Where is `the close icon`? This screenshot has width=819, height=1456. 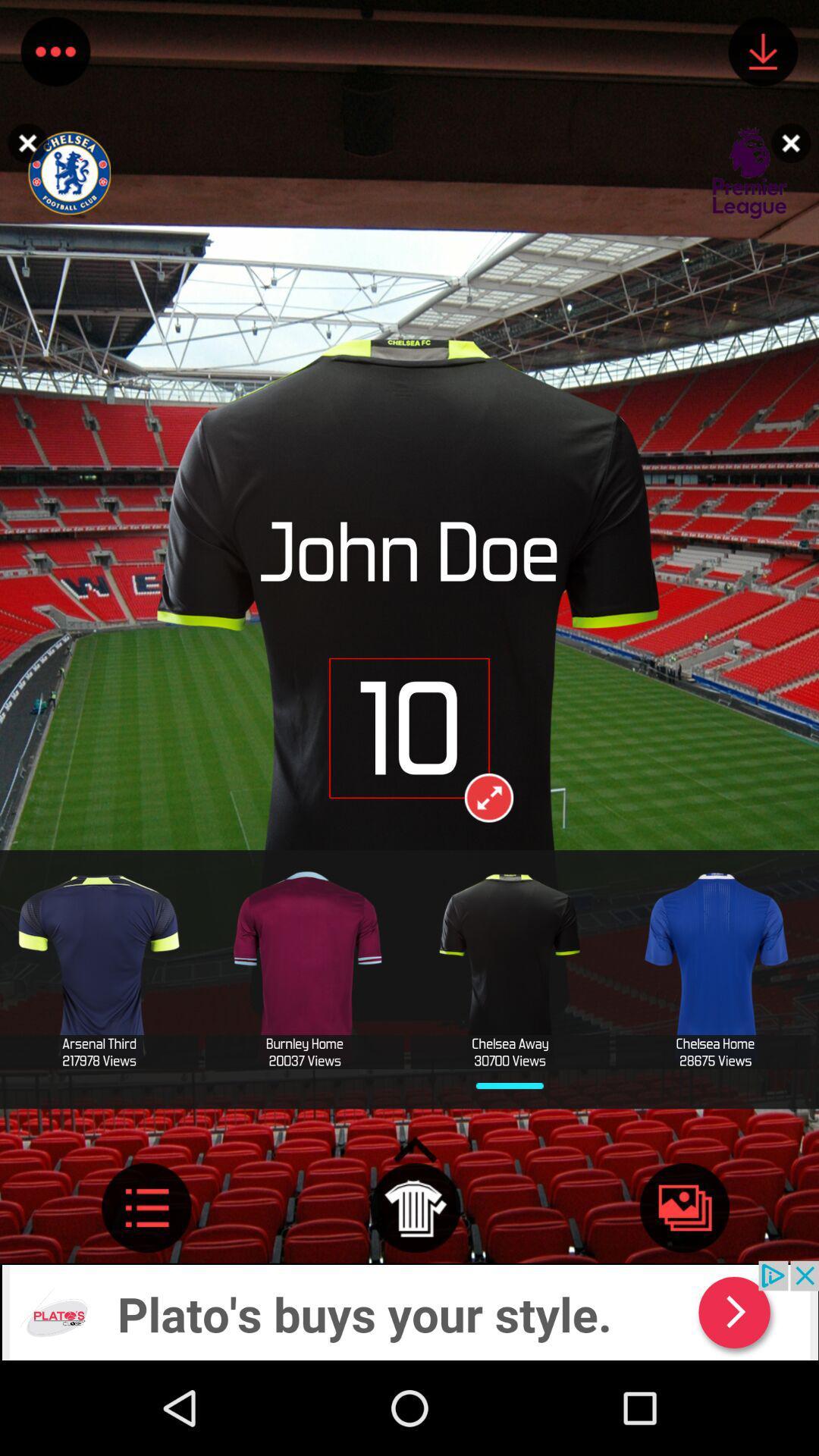 the close icon is located at coordinates (794, 143).